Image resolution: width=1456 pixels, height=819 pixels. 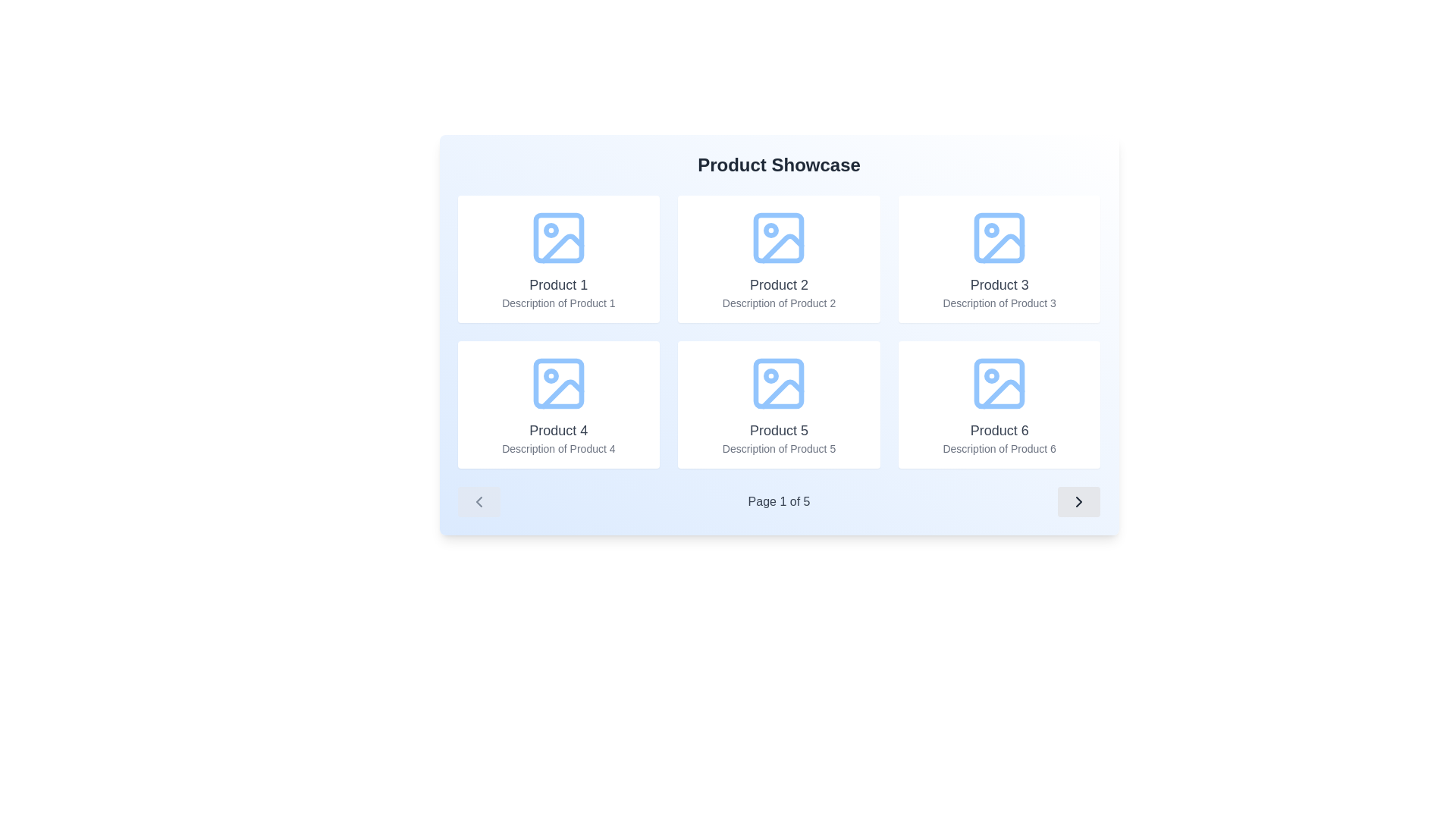 What do you see at coordinates (1078, 502) in the screenshot?
I see `the Chevron Arrow icon located at the bottom right corner of the interface` at bounding box center [1078, 502].